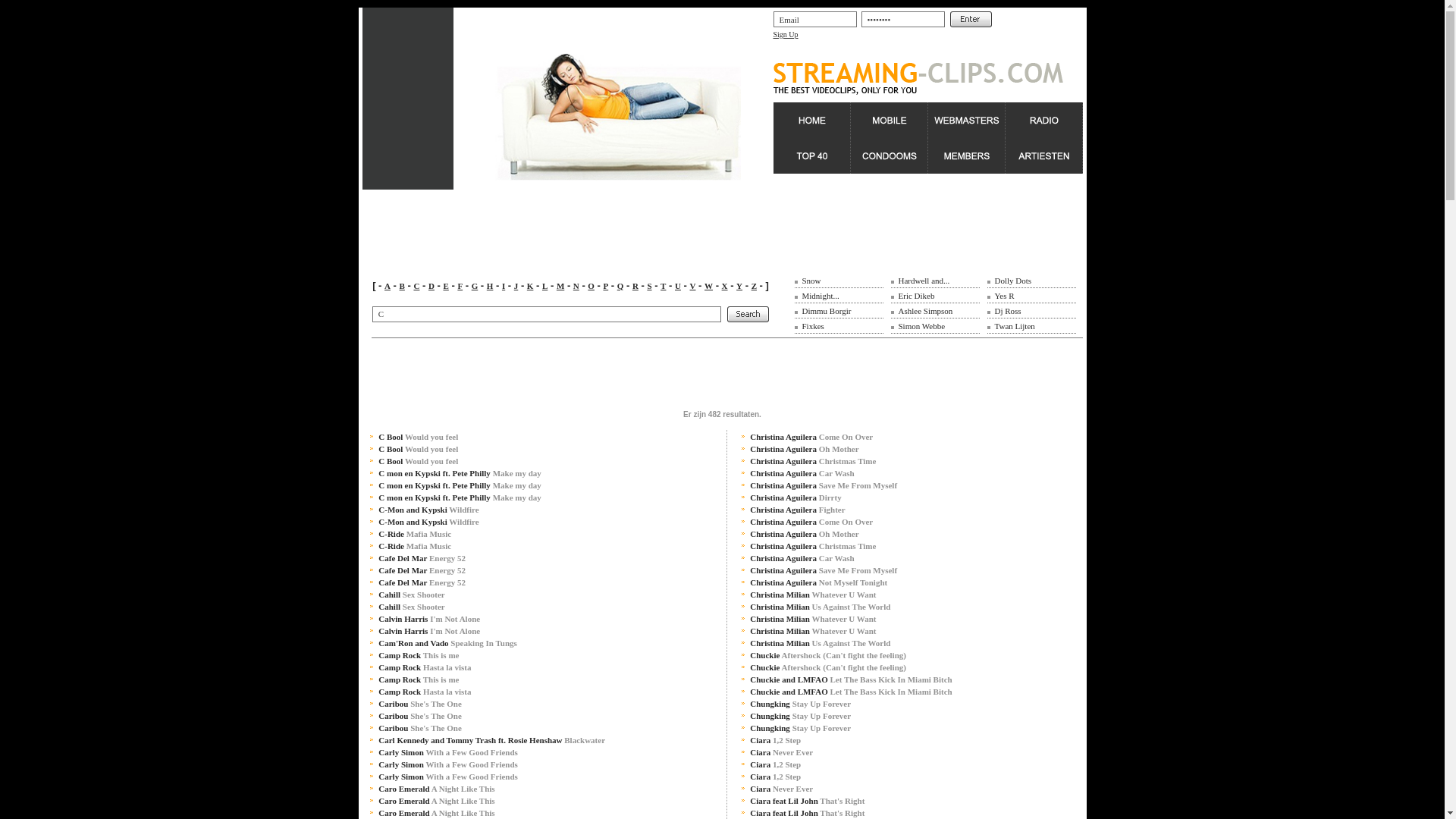 Image resolution: width=1456 pixels, height=819 pixels. What do you see at coordinates (924, 309) in the screenshot?
I see `'Ashlee Simpson'` at bounding box center [924, 309].